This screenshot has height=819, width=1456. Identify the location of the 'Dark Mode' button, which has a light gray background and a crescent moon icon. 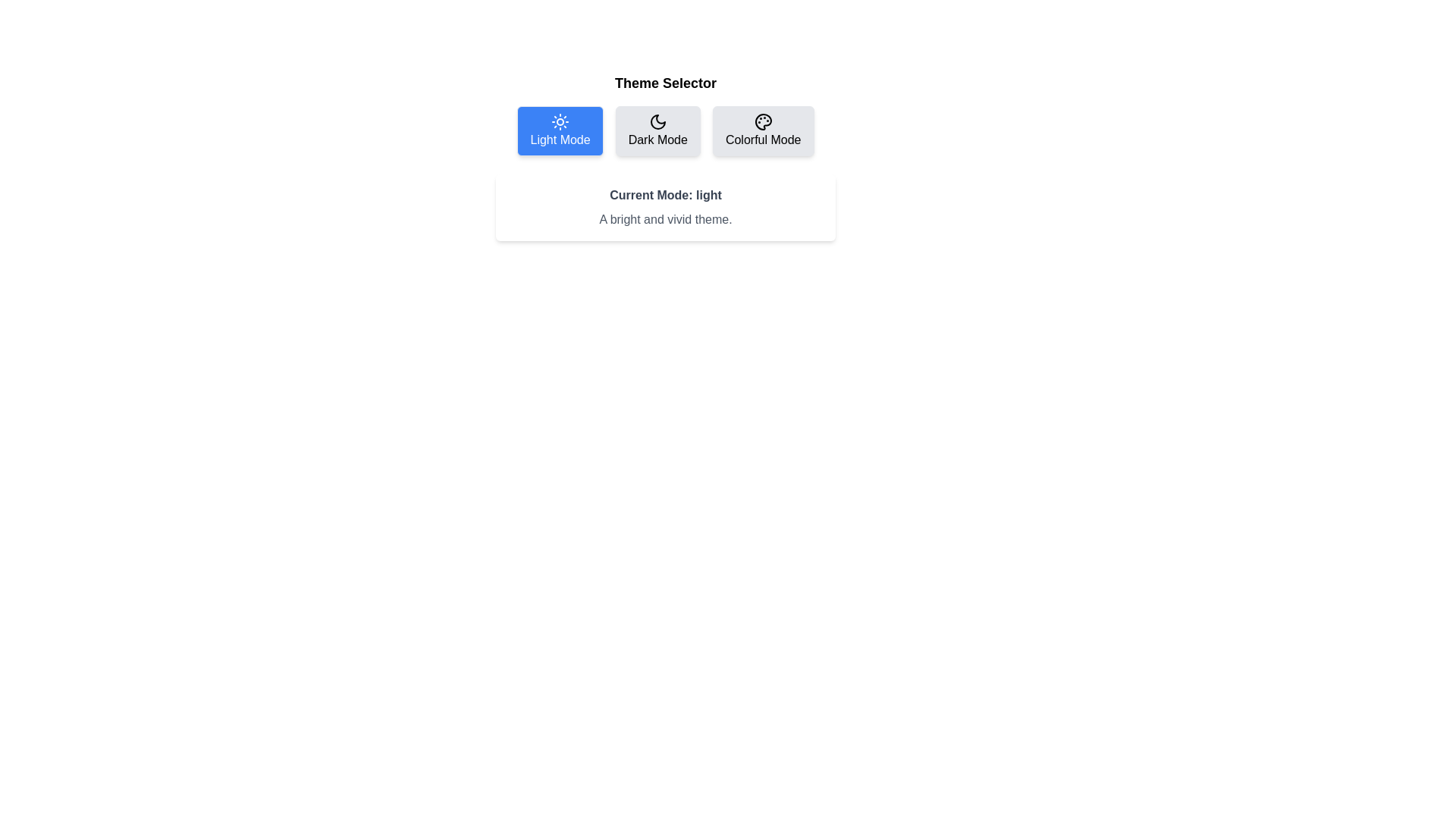
(666, 130).